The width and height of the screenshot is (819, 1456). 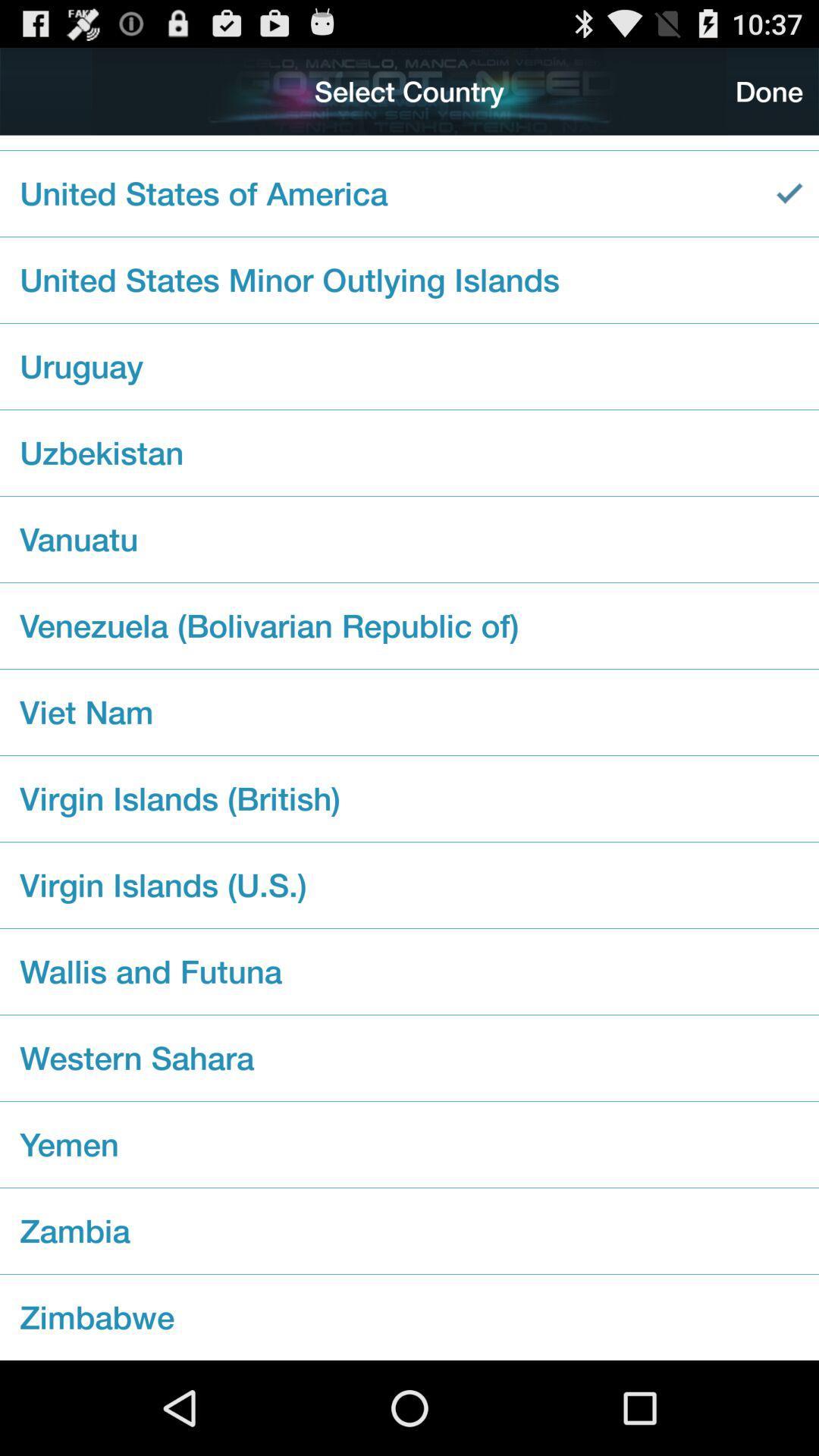 What do you see at coordinates (409, 1231) in the screenshot?
I see `item above zimbabwe item` at bounding box center [409, 1231].